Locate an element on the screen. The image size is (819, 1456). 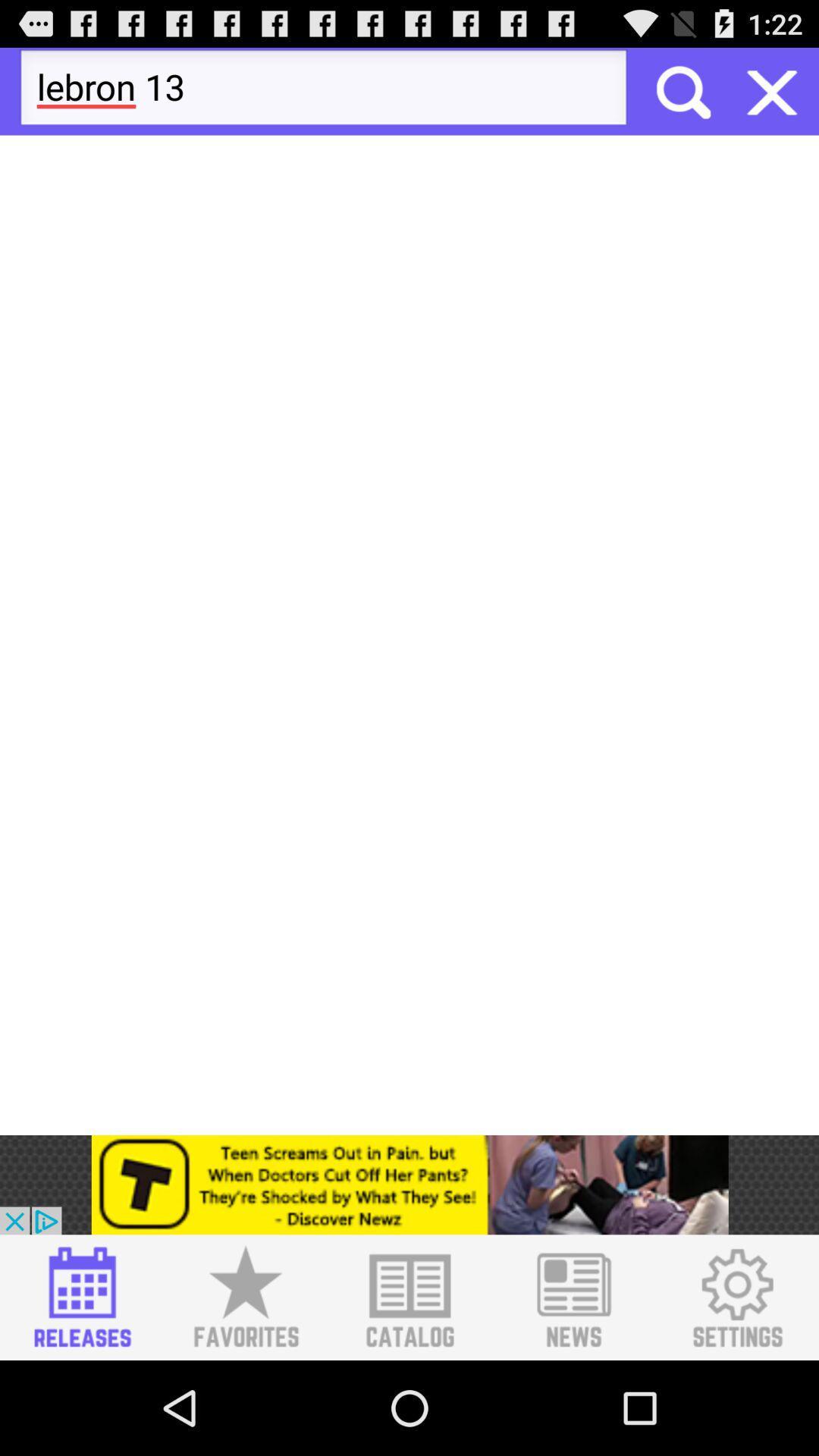
open your favorites is located at coordinates (245, 1297).